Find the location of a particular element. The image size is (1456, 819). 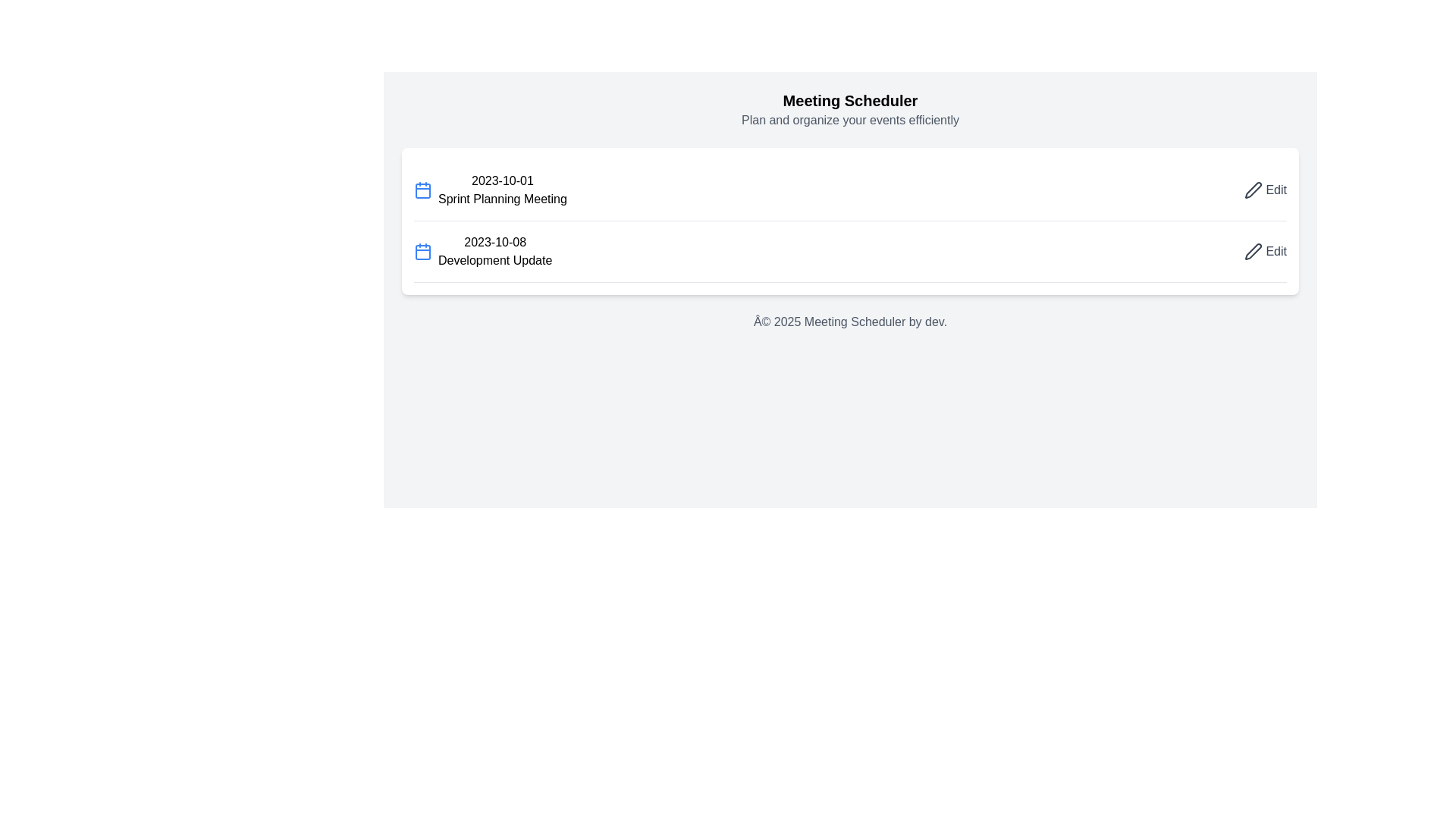

the text label displaying 'Development Update', which is located below the date '2023-10-08' and to the right of a blue calendar icon is located at coordinates (495, 259).